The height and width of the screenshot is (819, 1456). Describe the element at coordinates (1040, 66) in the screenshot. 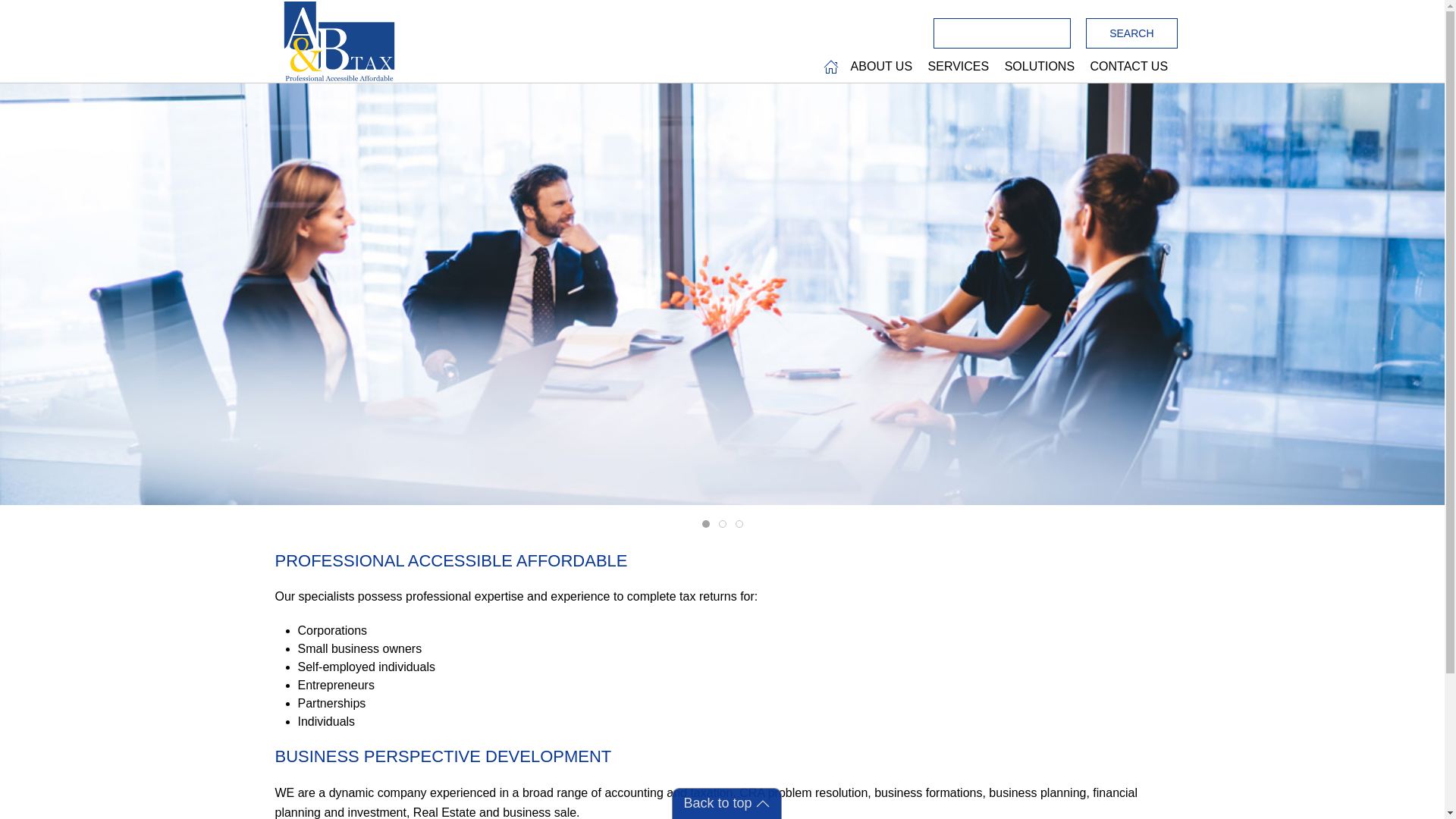

I see `'SOLUTIONS '` at that location.